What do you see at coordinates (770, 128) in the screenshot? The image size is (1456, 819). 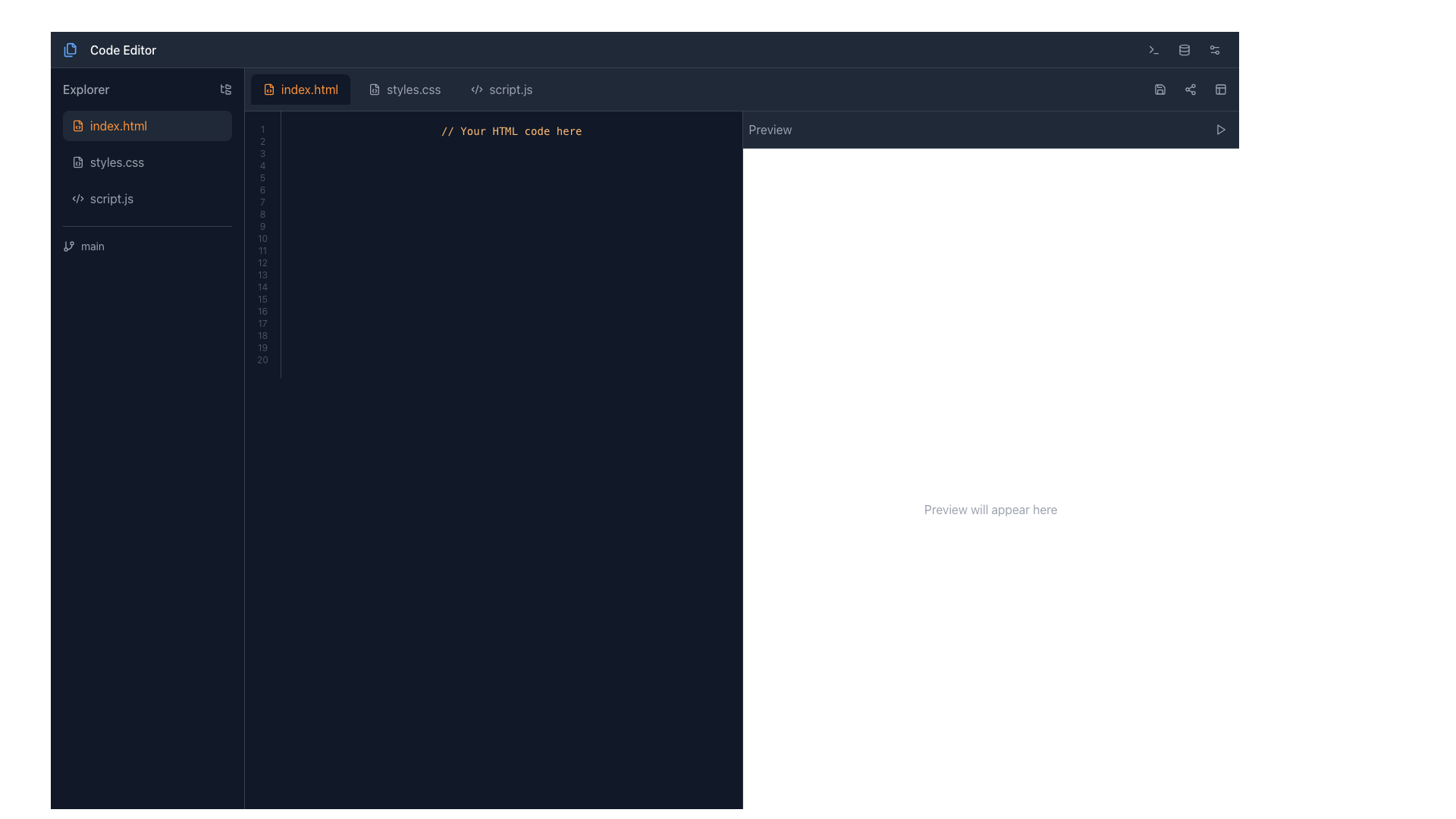 I see `the content of the text label that indicates contextual information about the preview feature, located at the top-right area of the interface` at bounding box center [770, 128].